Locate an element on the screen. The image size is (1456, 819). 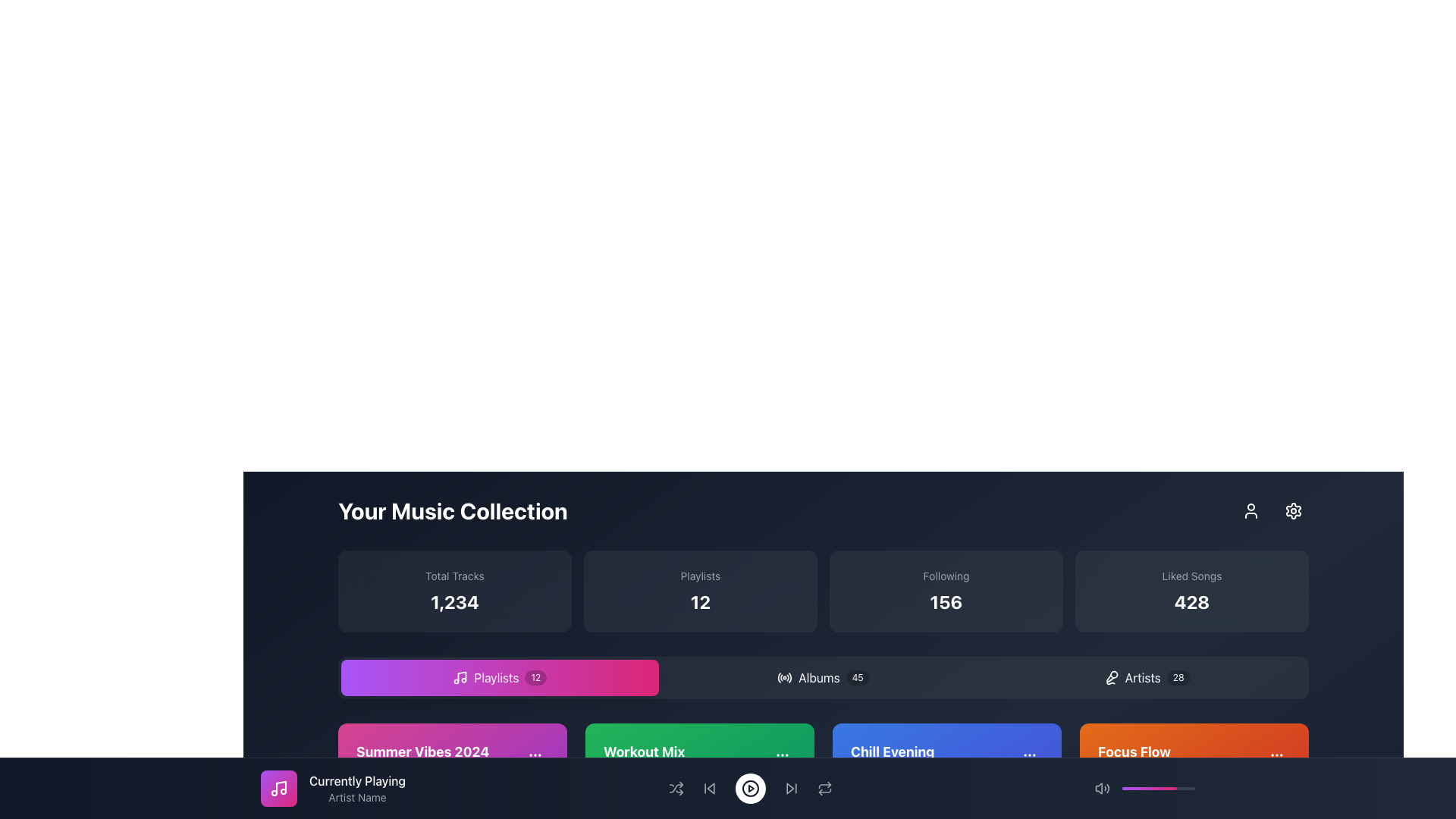
the decorative 'Albums' icon located to the left of the 'Albums' text is located at coordinates (785, 677).